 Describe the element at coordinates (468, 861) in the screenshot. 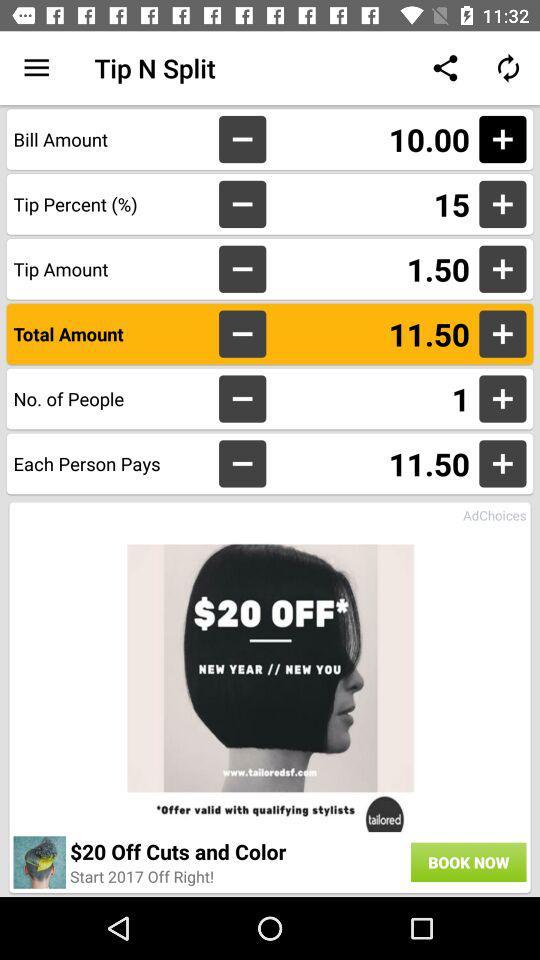

I see `the book now` at that location.